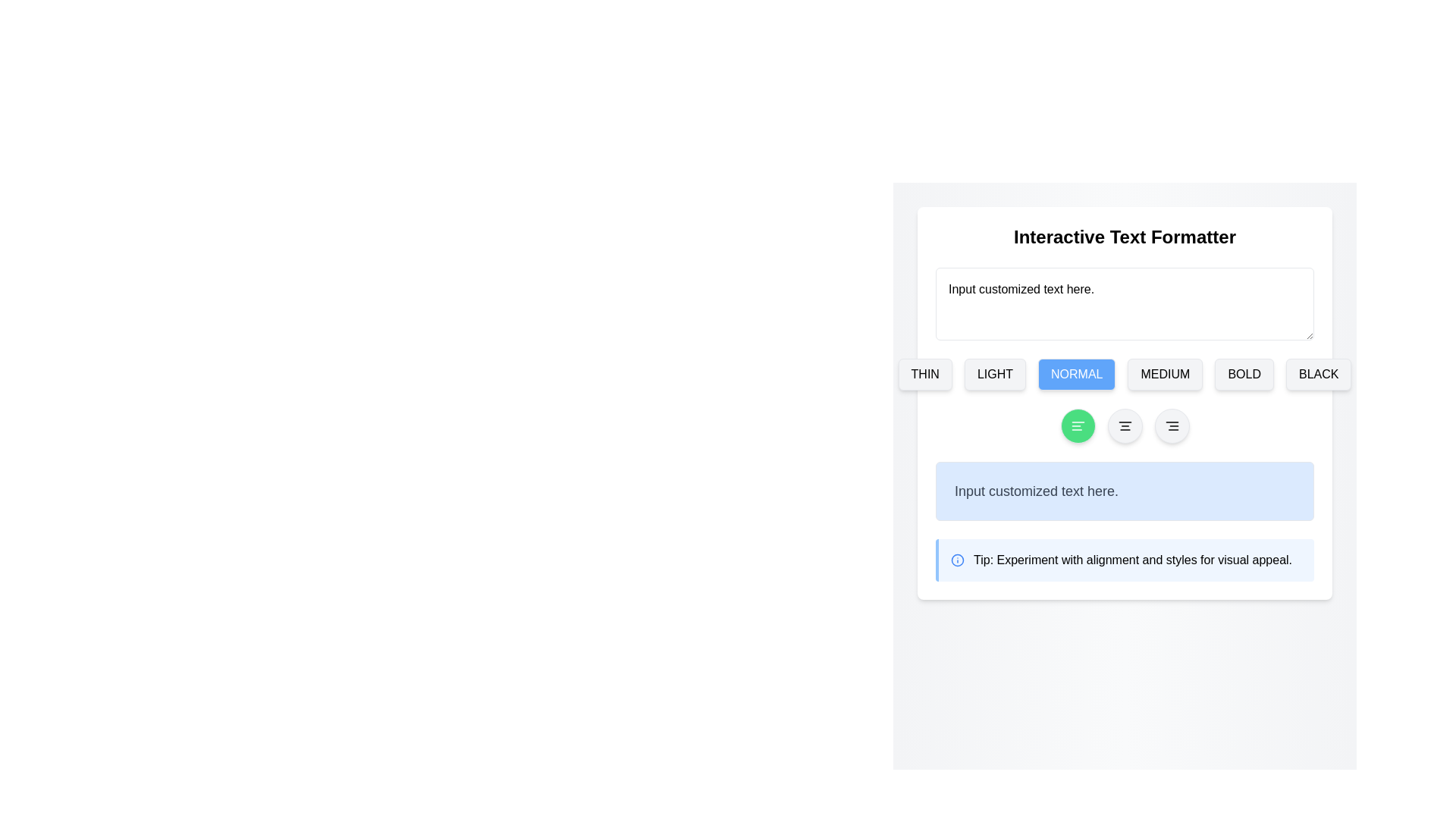 This screenshot has width=1456, height=819. Describe the element at coordinates (1318, 374) in the screenshot. I see `the 'BLACK' style selector button, which is the last button in a set of six horizontally aligned buttons located below the text area` at that location.